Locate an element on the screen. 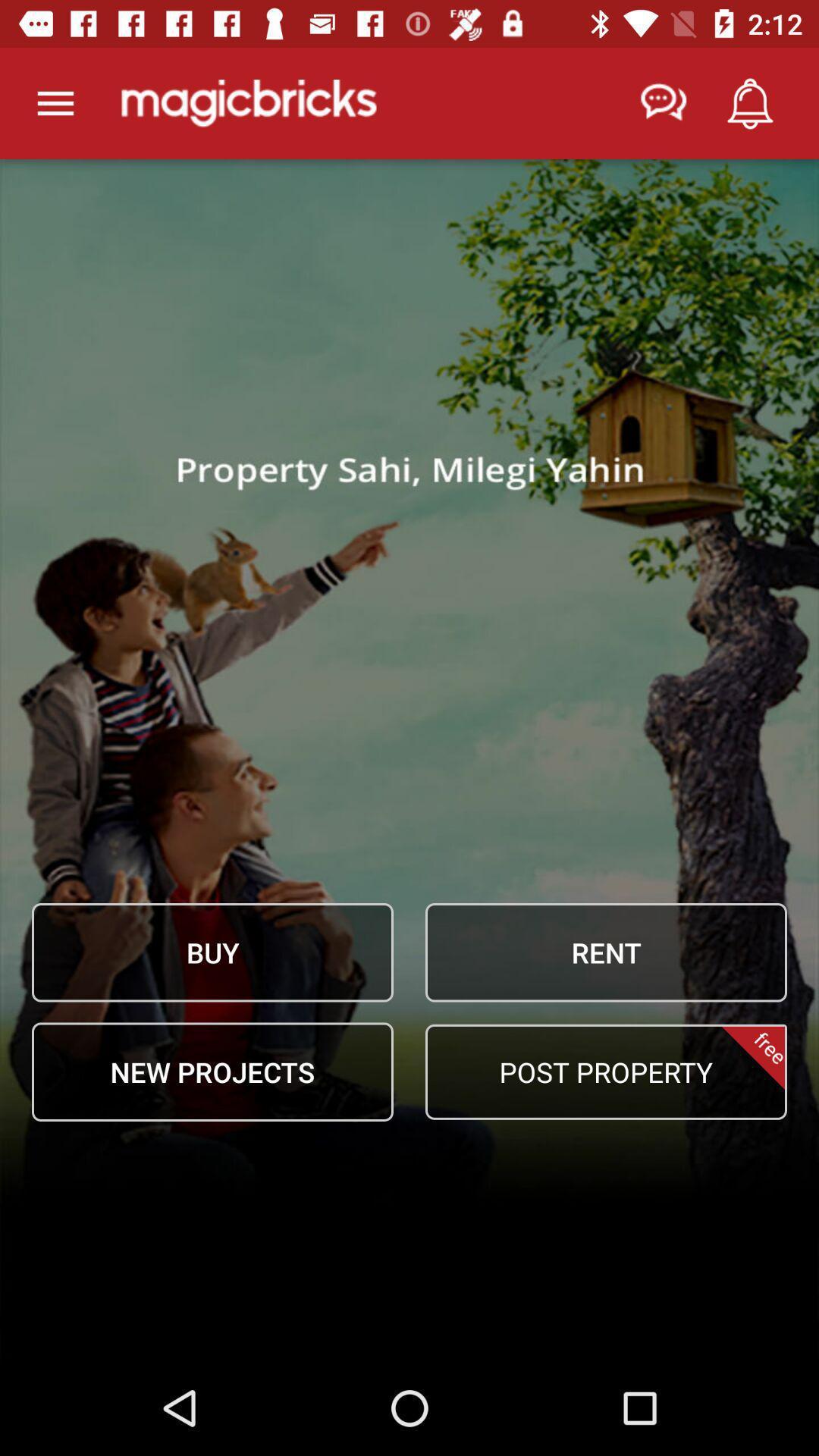 The image size is (819, 1456). rent is located at coordinates (605, 952).